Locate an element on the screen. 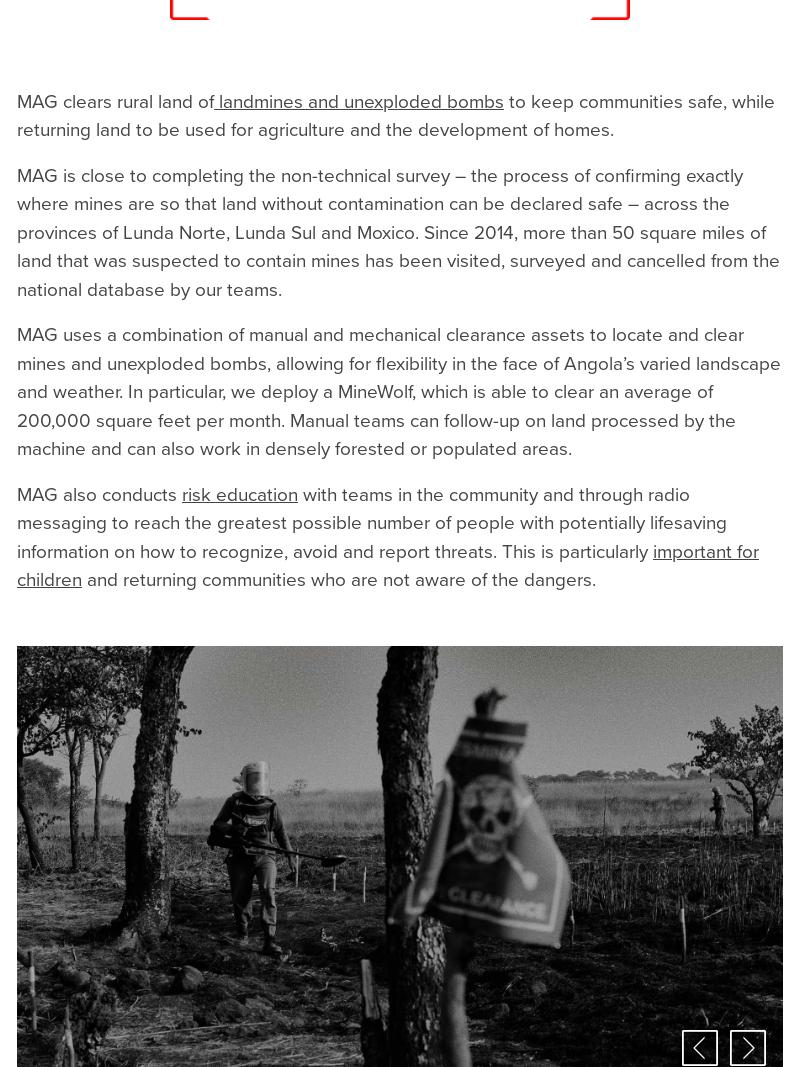  'MAG is close to completing the non-technical survey – the process of confirming exactly where mines are so that land without contamination can be declared safe – across the provinces of Lunda Norte, Lunda Sul and Moxico. Since 2014, more than 50 square miles of land that was suspected to contain mines has been visited, surveyed and cancelled from the national database by our teams.' is located at coordinates (17, 231).